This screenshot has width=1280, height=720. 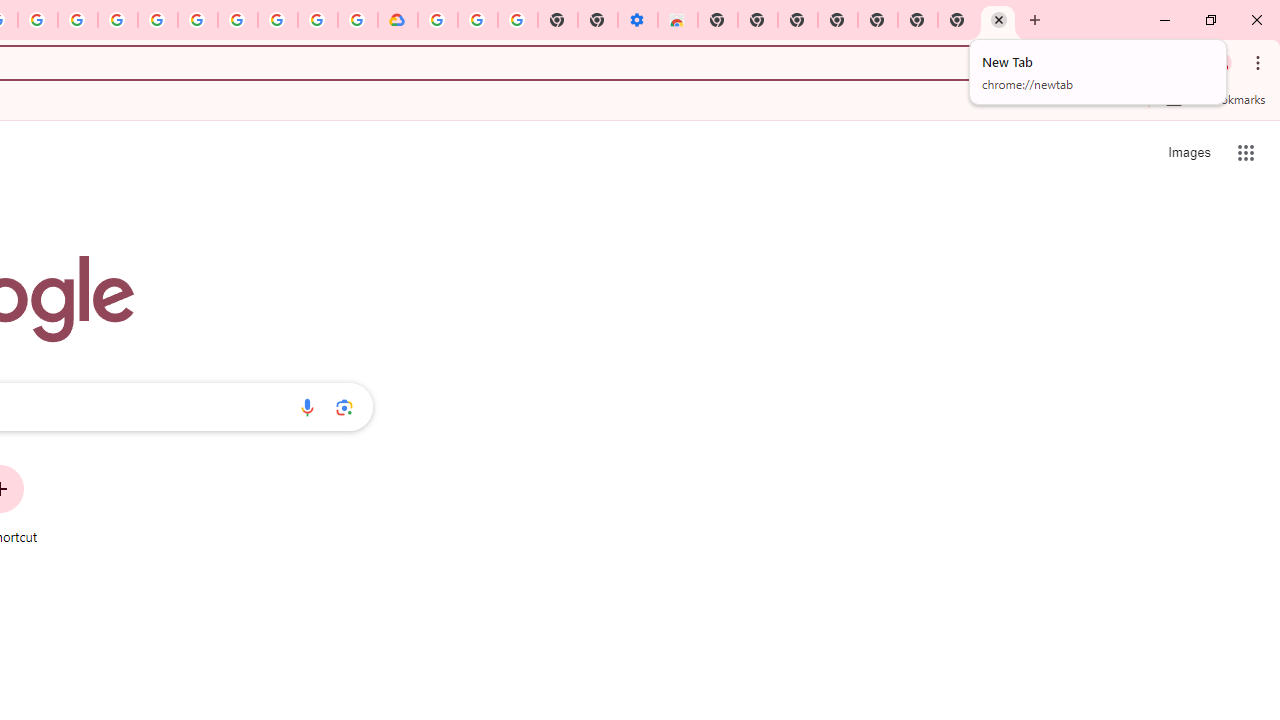 I want to click on 'Google Account Help', so click(x=477, y=20).